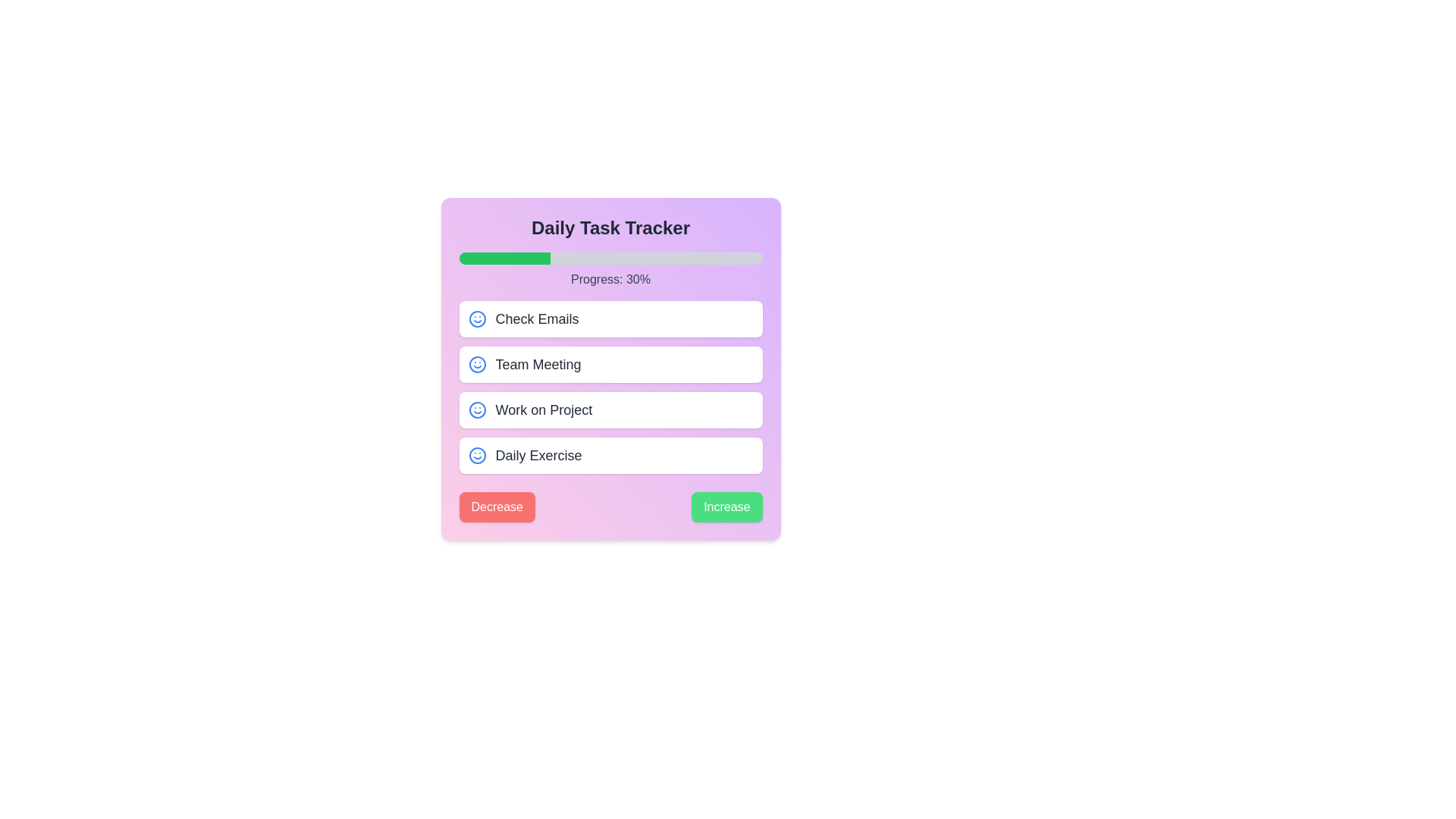 The height and width of the screenshot is (819, 1456). What do you see at coordinates (538, 365) in the screenshot?
I see `the 'Team Meeting' text label, which is a medium-sized, bold font in dark gray, located in the second row of the task list on the task tracker interface` at bounding box center [538, 365].